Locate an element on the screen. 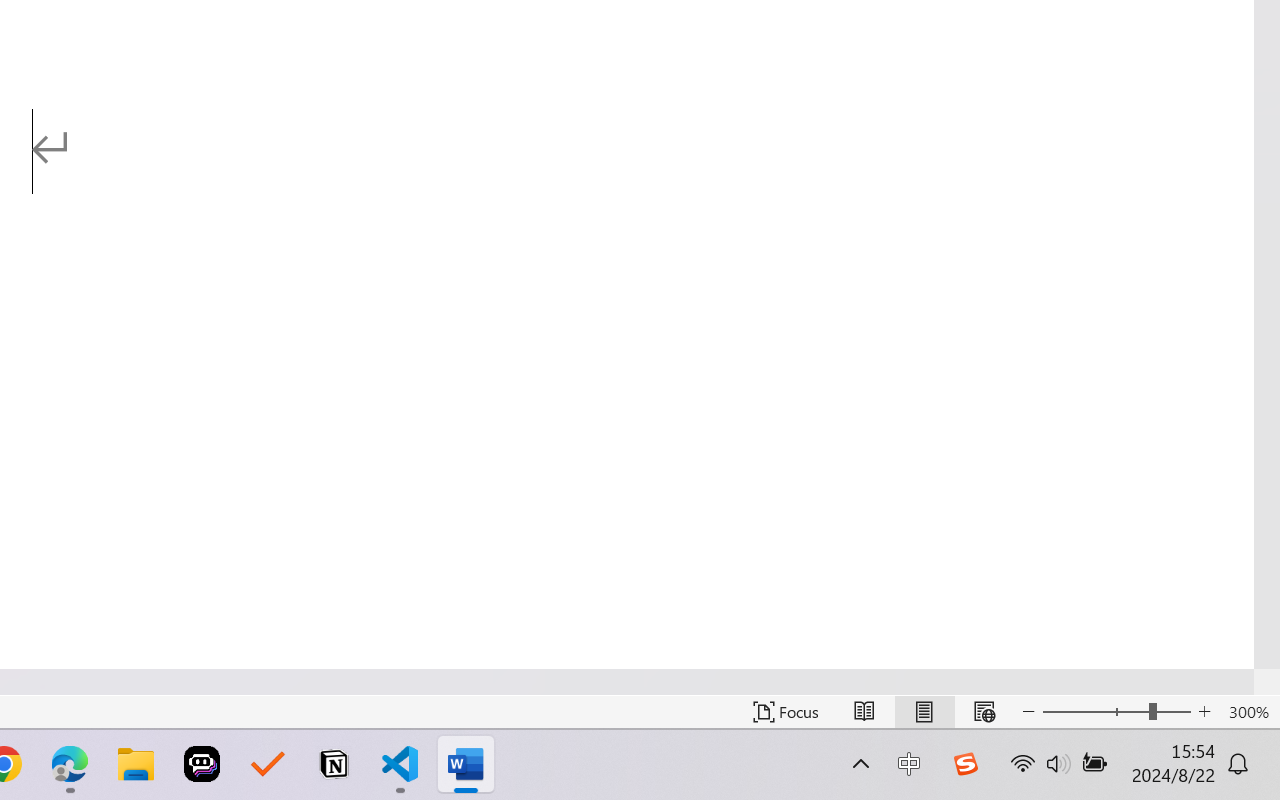 This screenshot has height=800, width=1280. 'Class: Image' is located at coordinates (965, 764).